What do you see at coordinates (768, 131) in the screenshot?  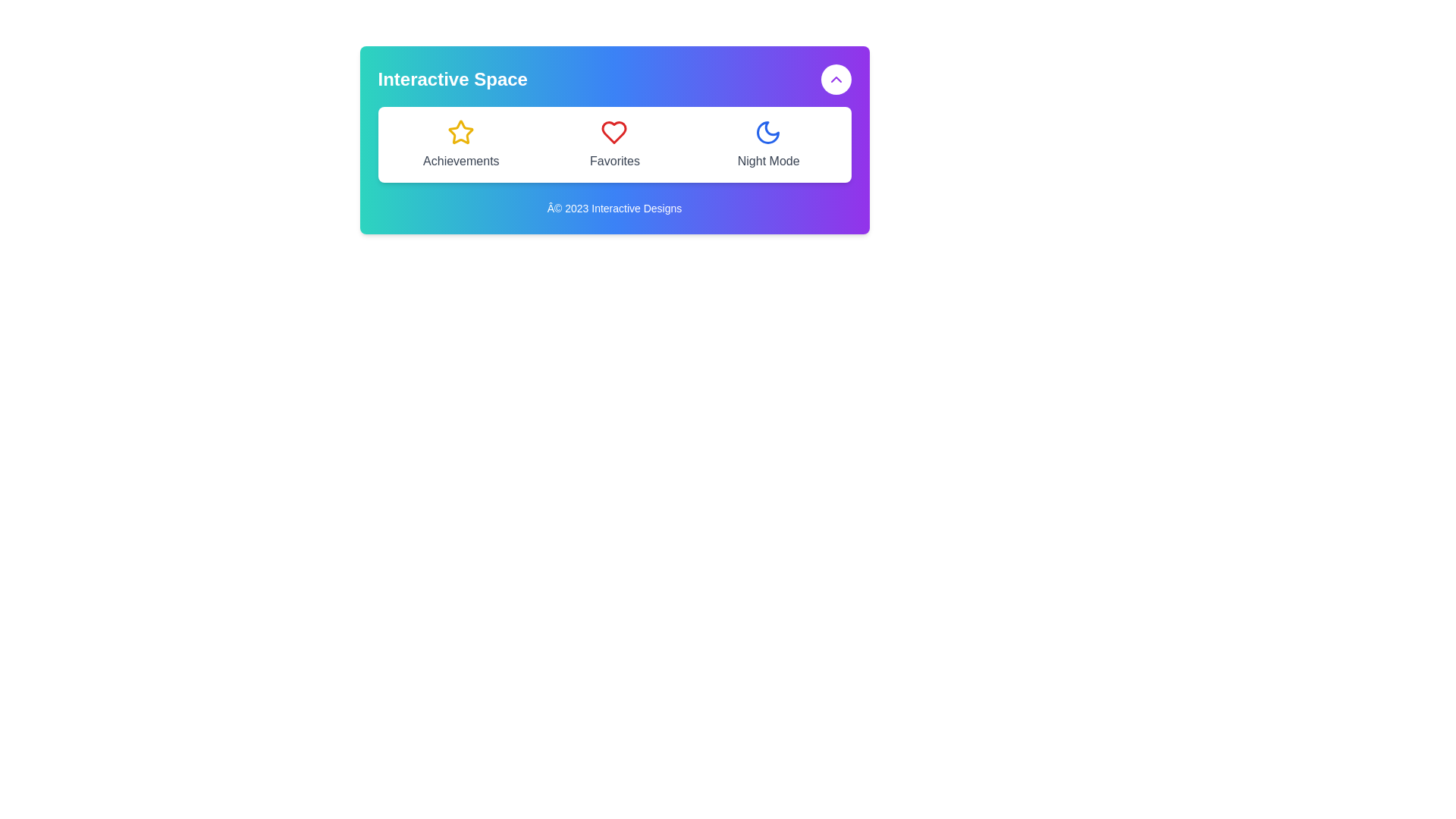 I see `the night mode icon, which is the third icon in a row of three, located above the label 'Night Mode', to the right of the heart icon` at bounding box center [768, 131].